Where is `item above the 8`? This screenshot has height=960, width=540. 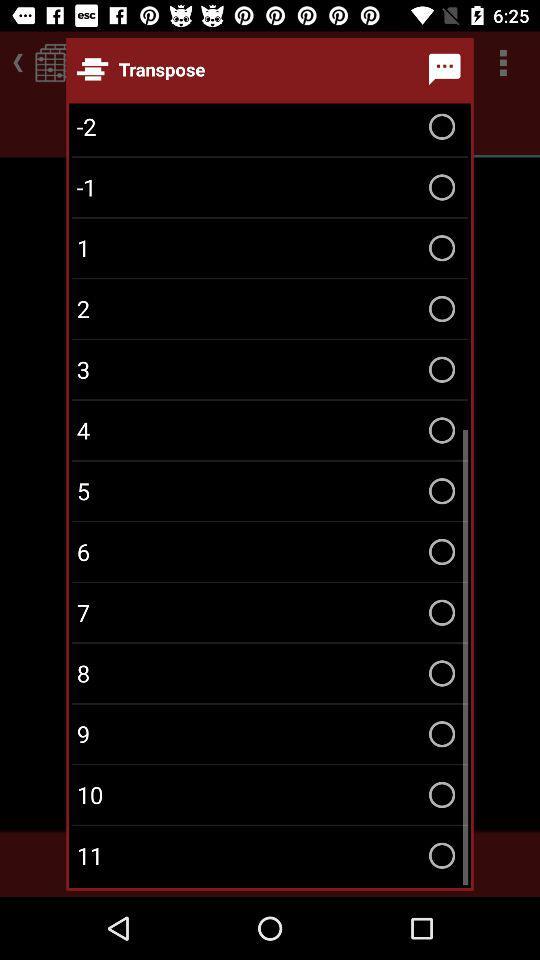
item above the 8 is located at coordinates (270, 611).